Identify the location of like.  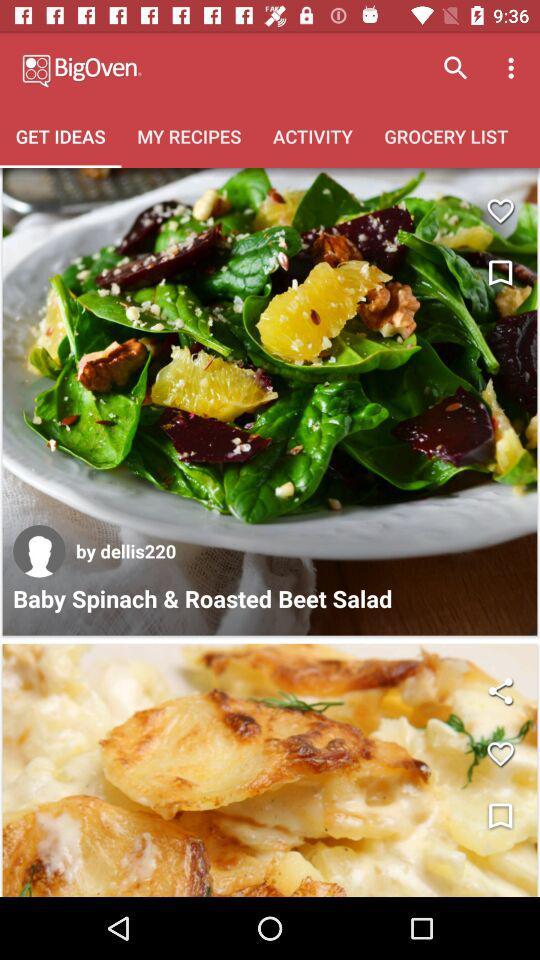
(499, 753).